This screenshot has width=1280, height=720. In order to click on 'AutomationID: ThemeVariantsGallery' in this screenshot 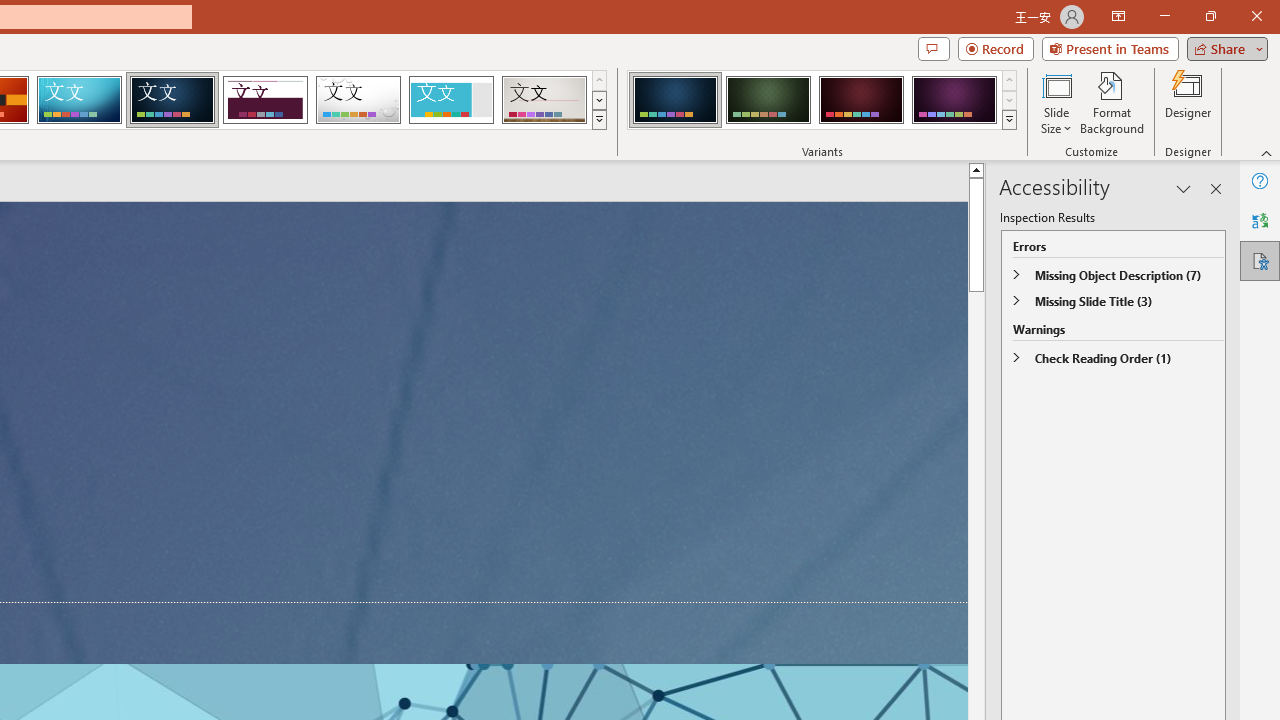, I will do `click(823, 100)`.